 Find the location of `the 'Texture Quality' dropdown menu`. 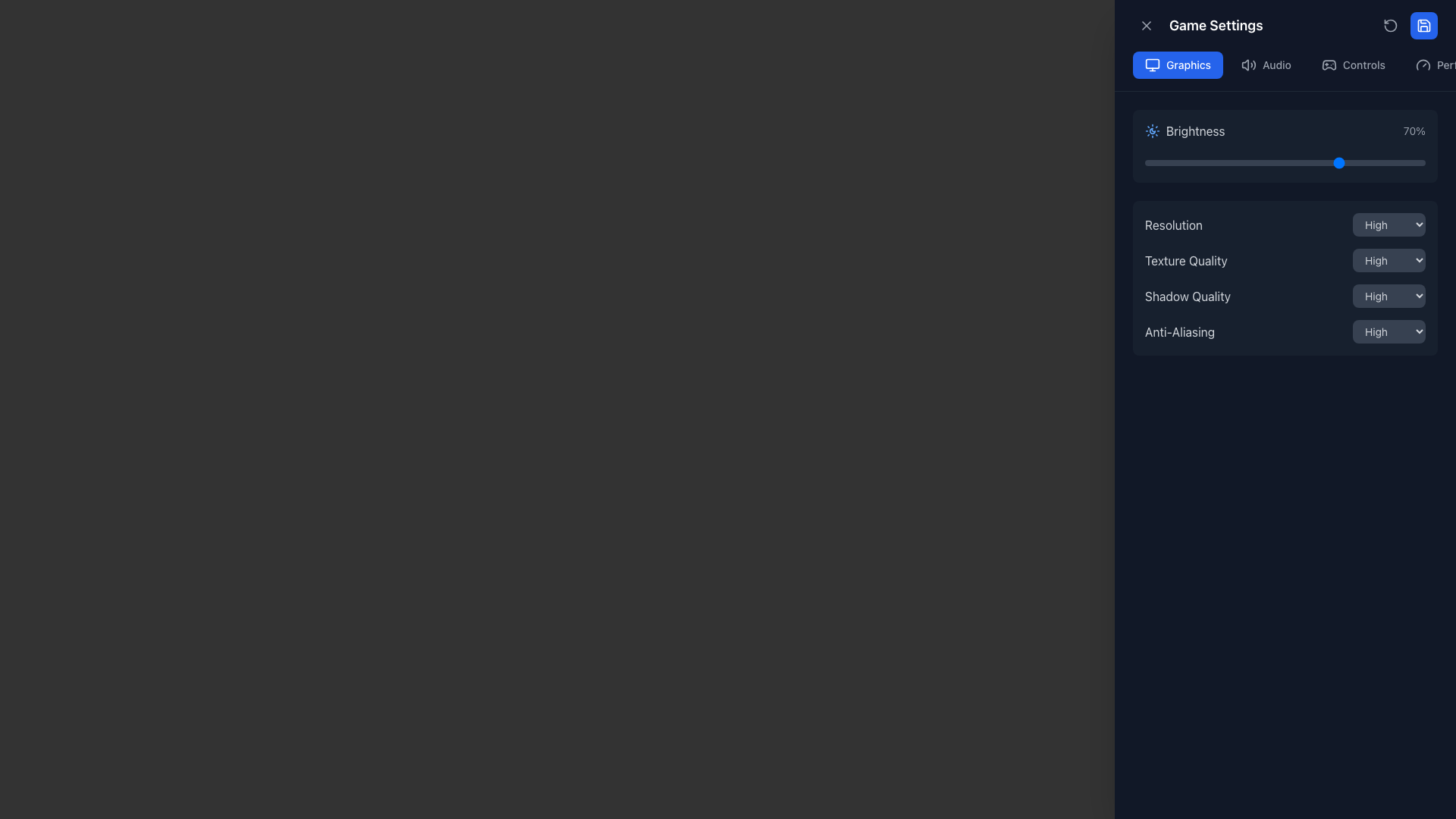

the 'Texture Quality' dropdown menu is located at coordinates (1389, 259).